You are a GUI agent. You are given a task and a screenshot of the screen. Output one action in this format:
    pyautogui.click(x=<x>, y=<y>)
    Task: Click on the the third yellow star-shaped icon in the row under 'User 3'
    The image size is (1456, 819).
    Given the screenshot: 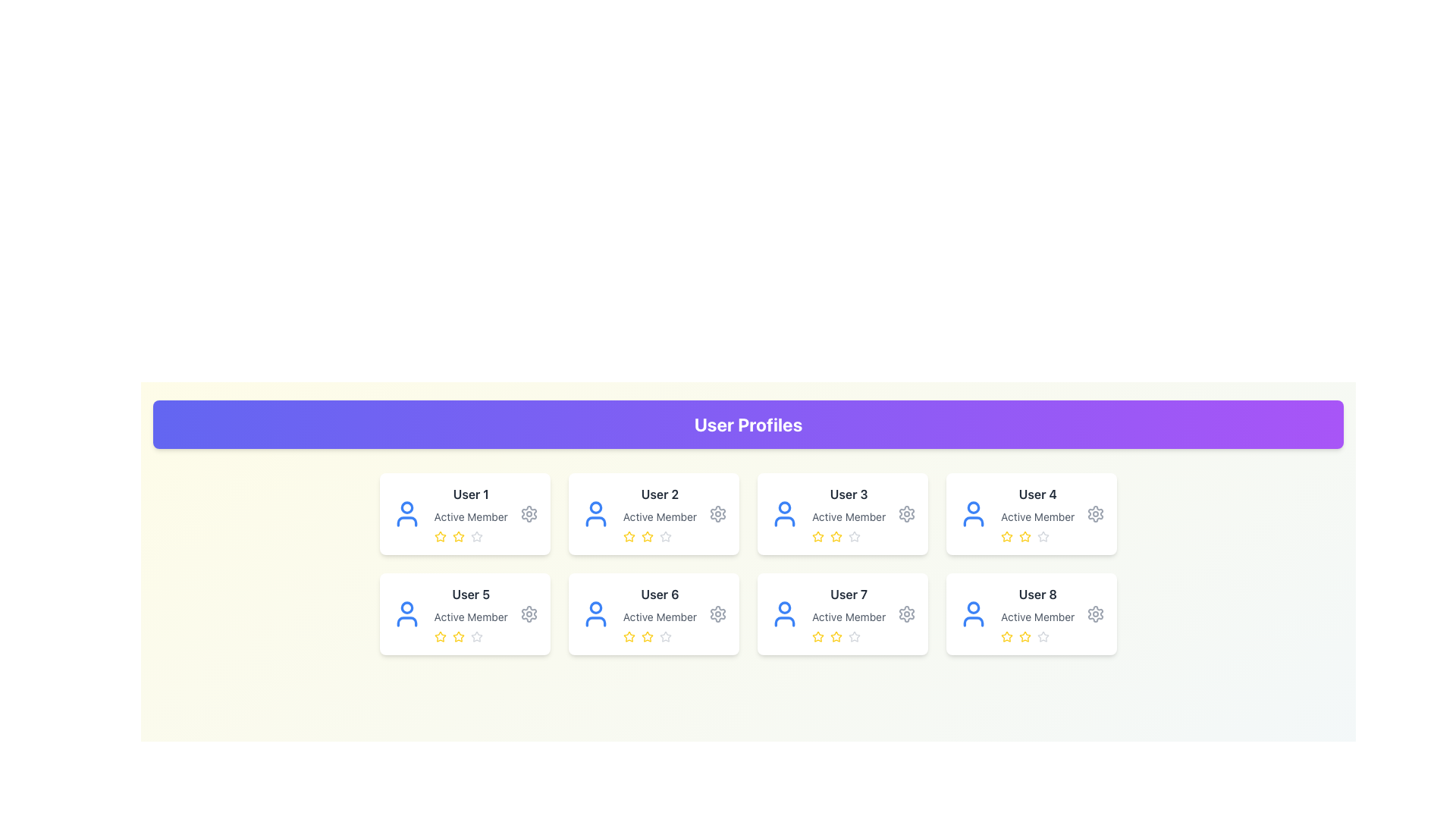 What is the action you would take?
    pyautogui.click(x=836, y=536)
    